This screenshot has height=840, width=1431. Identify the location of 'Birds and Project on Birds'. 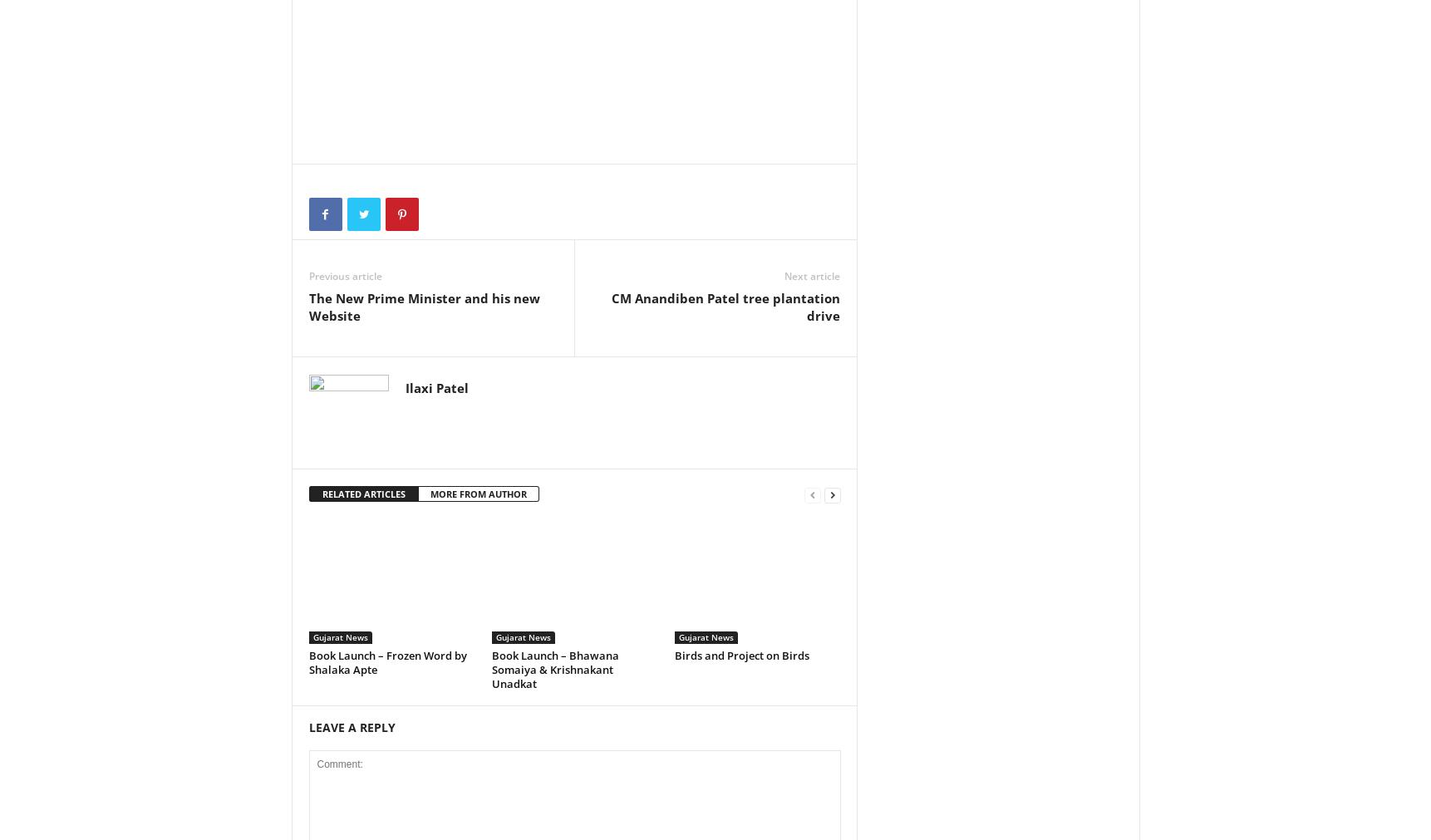
(740, 653).